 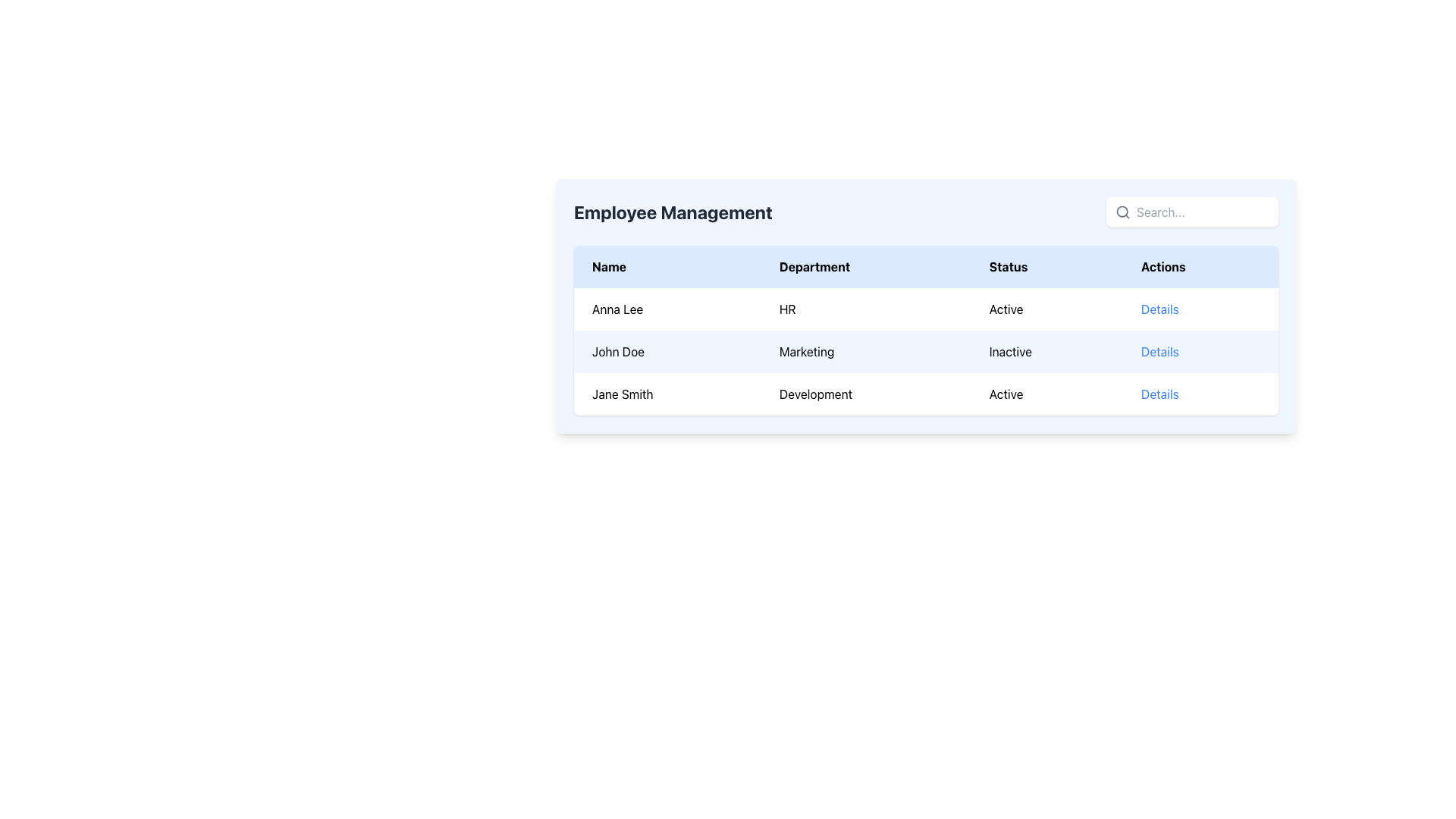 What do you see at coordinates (1159, 394) in the screenshot?
I see `the 'Details' hyperlink in blue font located in the third row of the 'Actions' column in the 'Employee Management' table` at bounding box center [1159, 394].